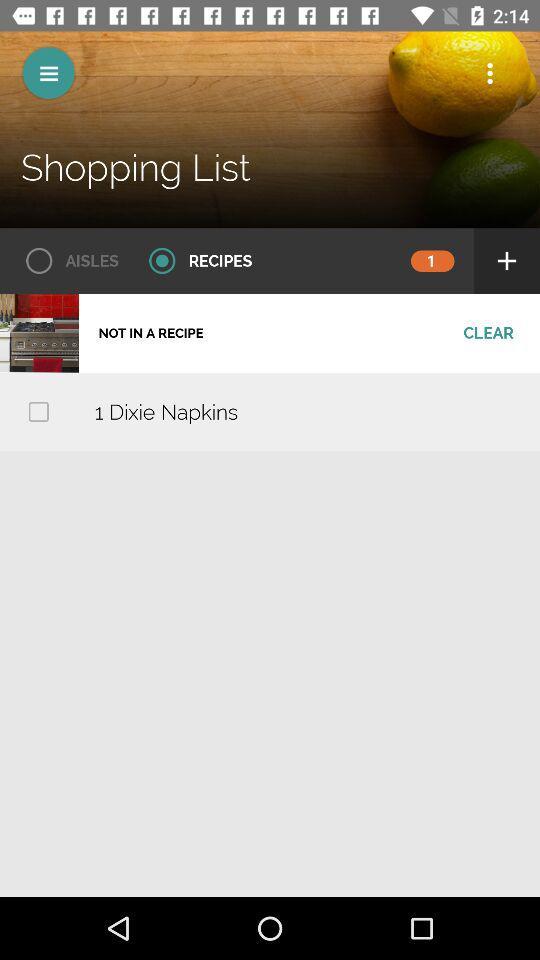  I want to click on bookmarks and history, so click(489, 73).